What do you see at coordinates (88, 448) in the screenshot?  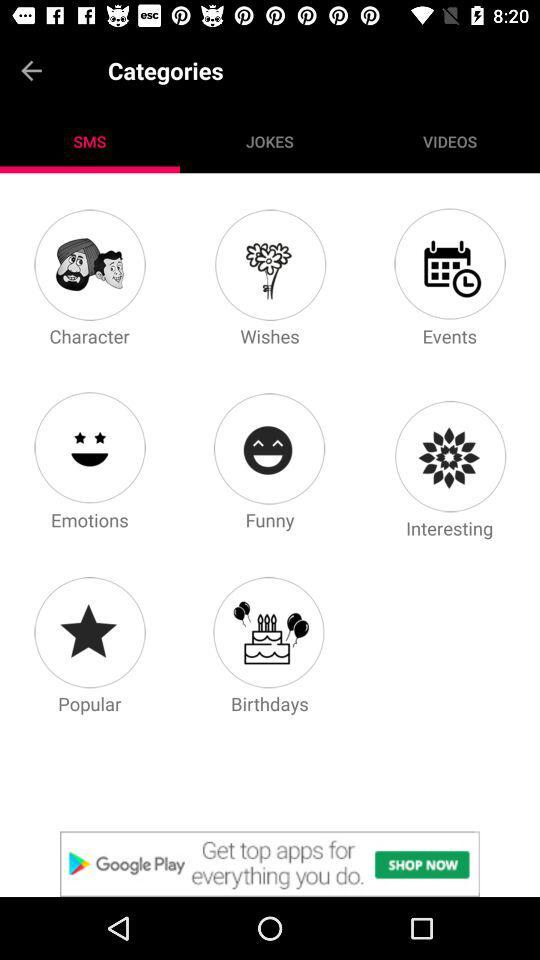 I see `category` at bounding box center [88, 448].